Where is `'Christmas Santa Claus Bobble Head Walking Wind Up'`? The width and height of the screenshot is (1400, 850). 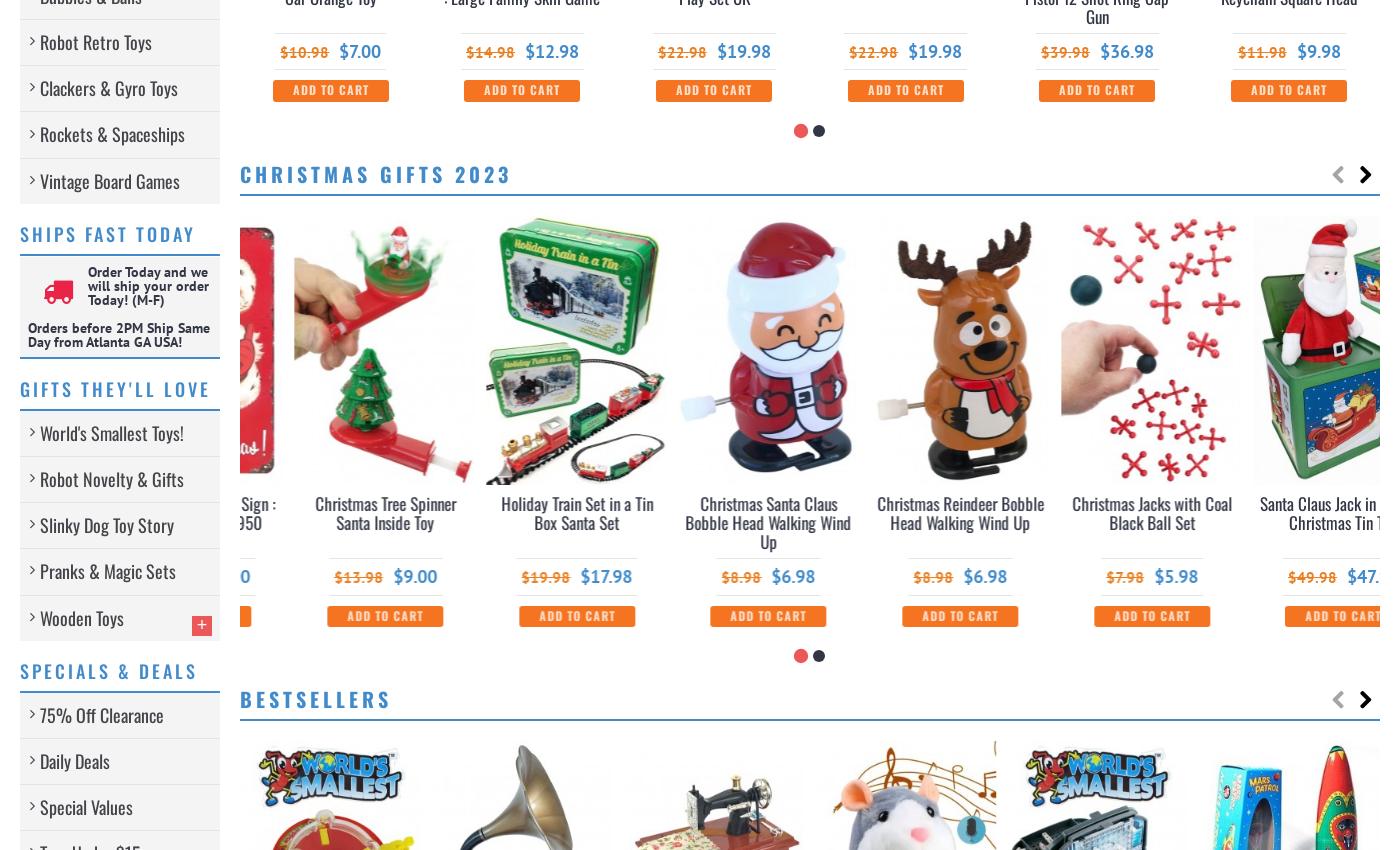 'Christmas Santa Claus Bobble Head Walking Wind Up' is located at coordinates (1097, 520).